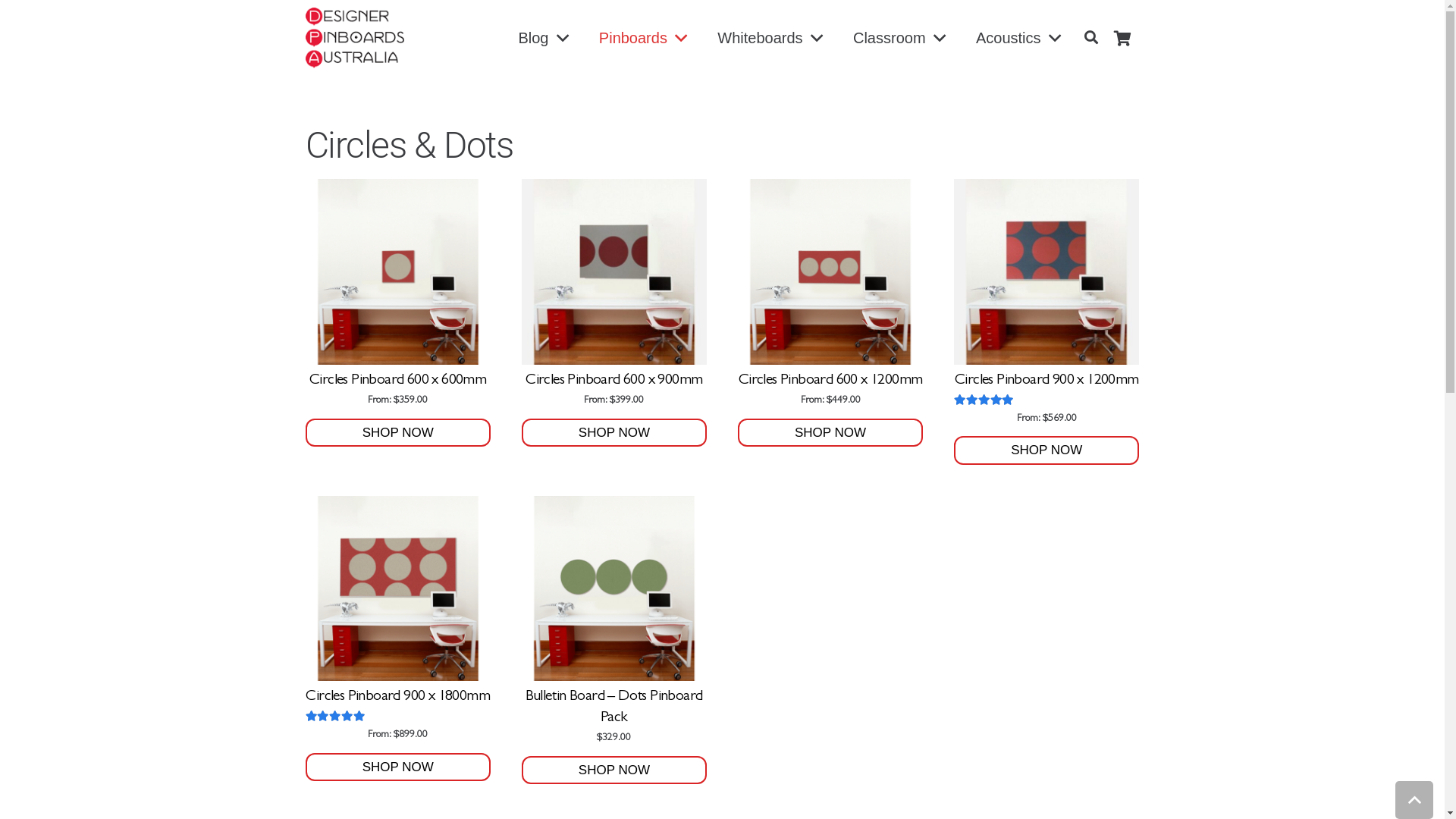 Image resolution: width=1456 pixels, height=819 pixels. Describe the element at coordinates (614, 293) in the screenshot. I see `'Circles Pinboard 600 x 900mm` at that location.